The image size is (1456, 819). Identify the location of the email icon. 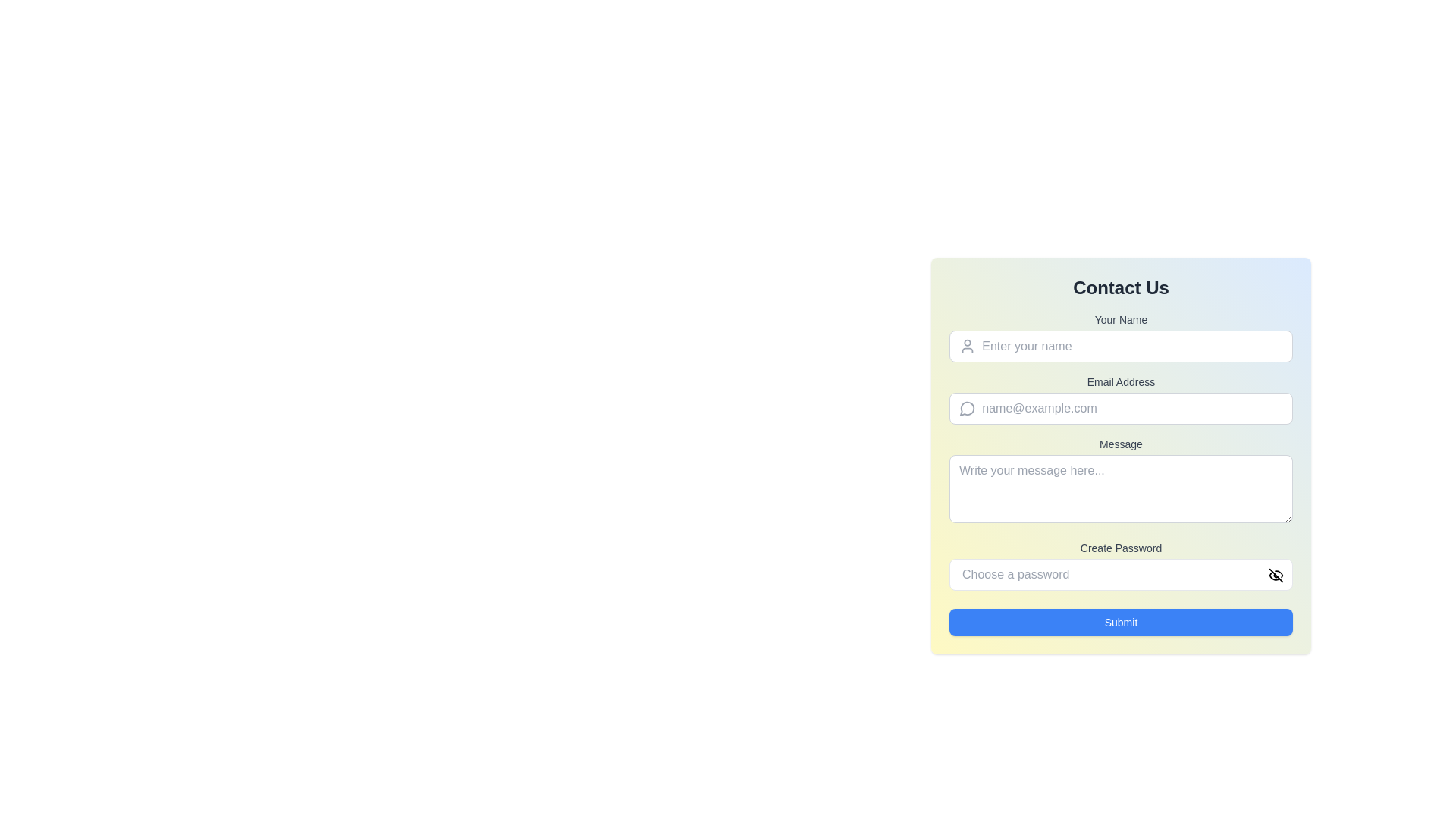
(967, 408).